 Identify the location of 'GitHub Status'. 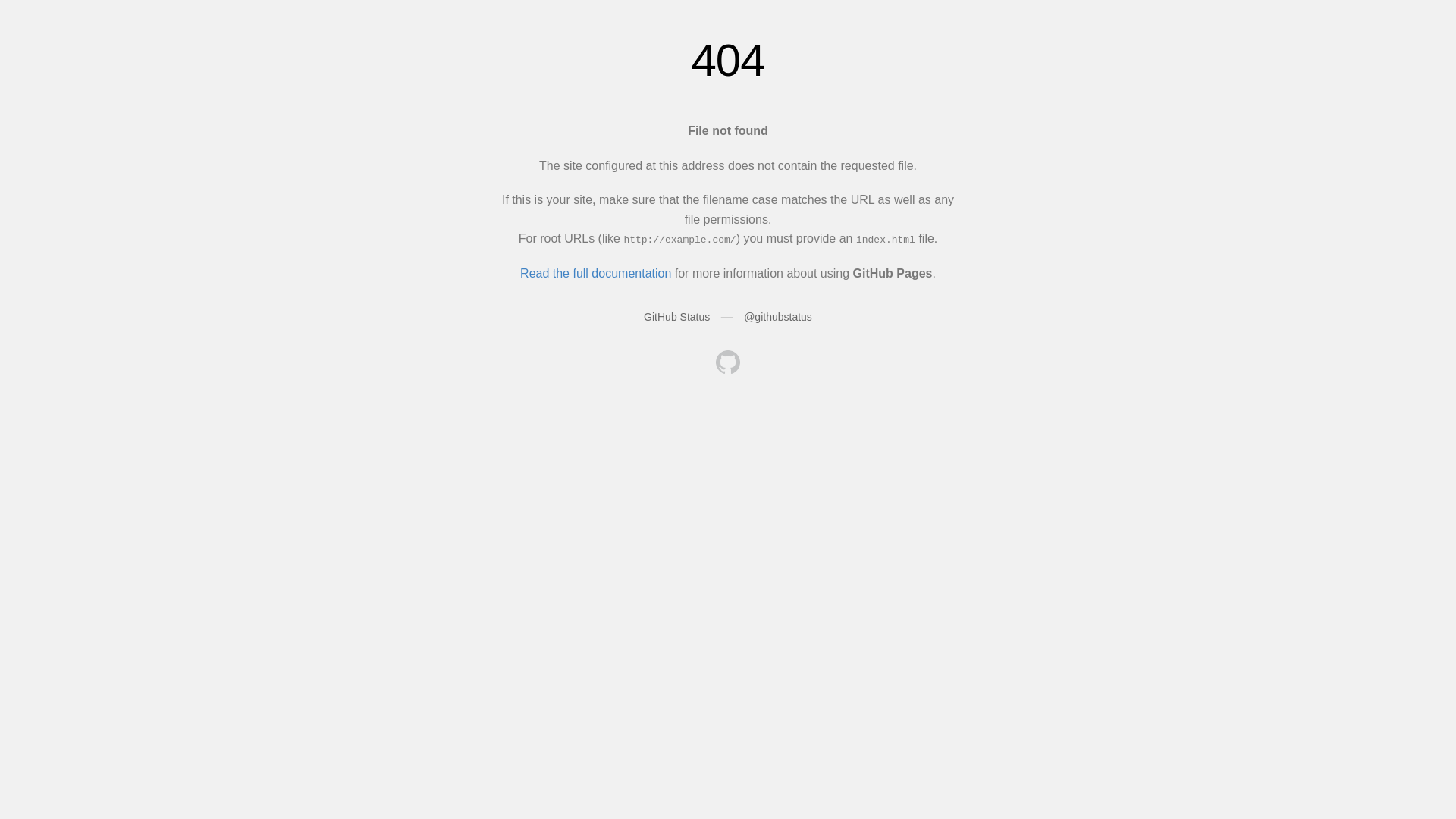
(644, 315).